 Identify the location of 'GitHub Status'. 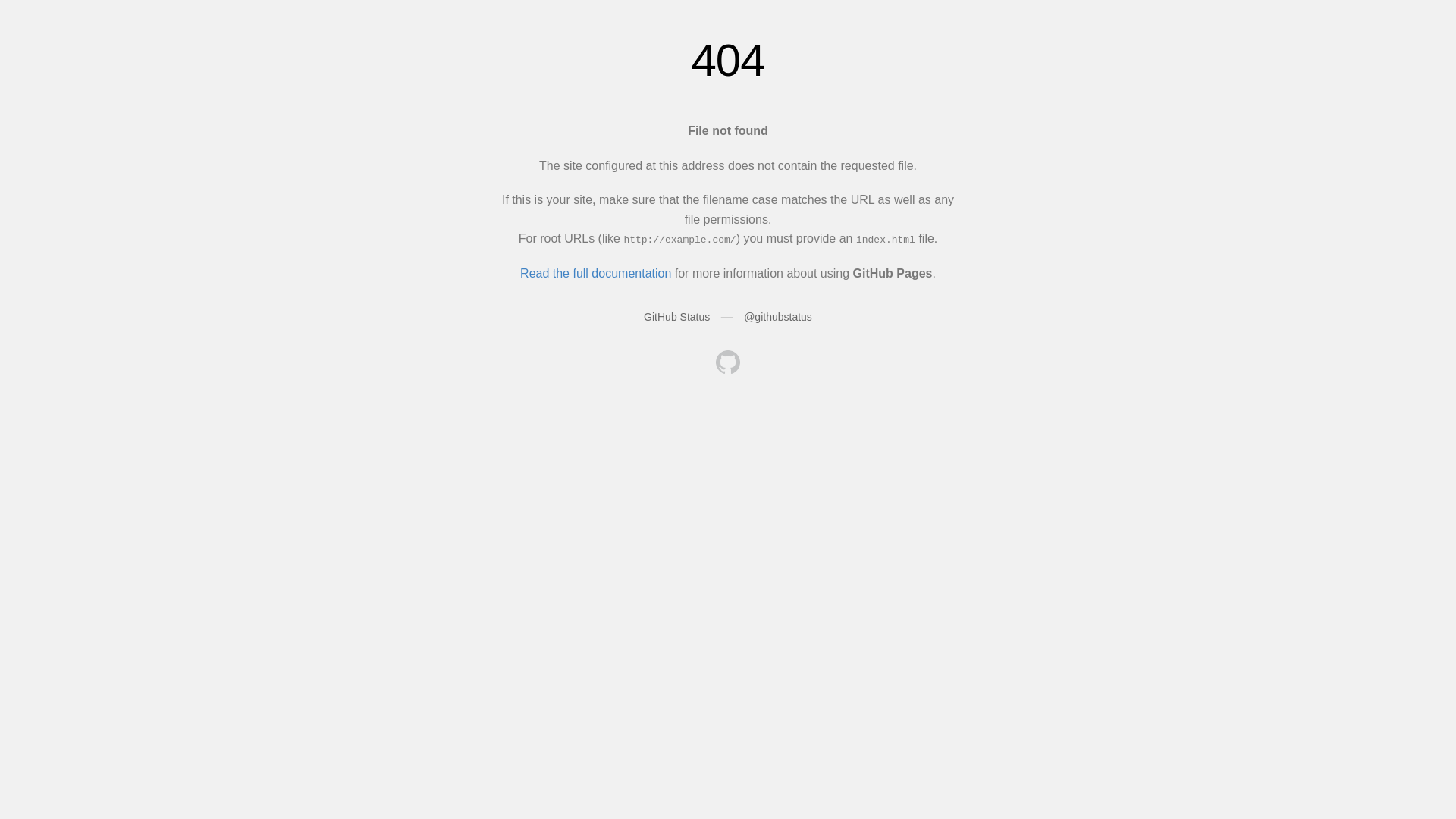
(644, 315).